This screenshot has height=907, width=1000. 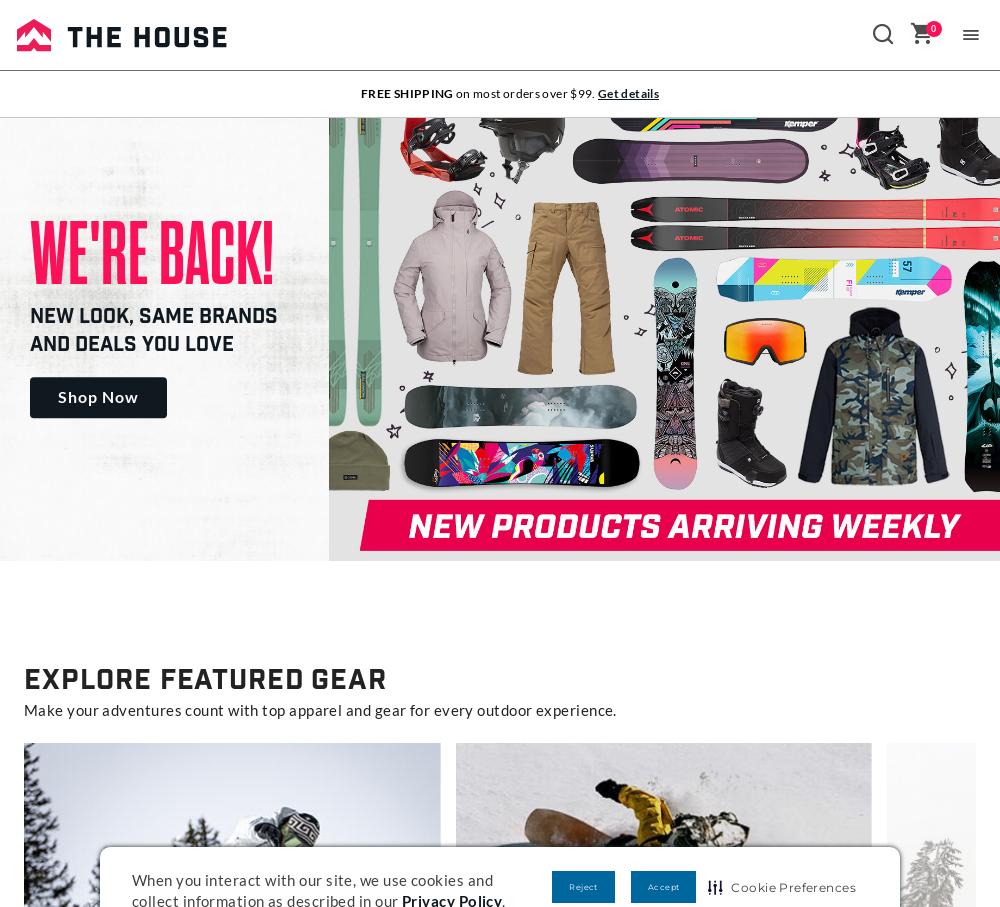 I want to click on 'Accept', so click(x=647, y=885).